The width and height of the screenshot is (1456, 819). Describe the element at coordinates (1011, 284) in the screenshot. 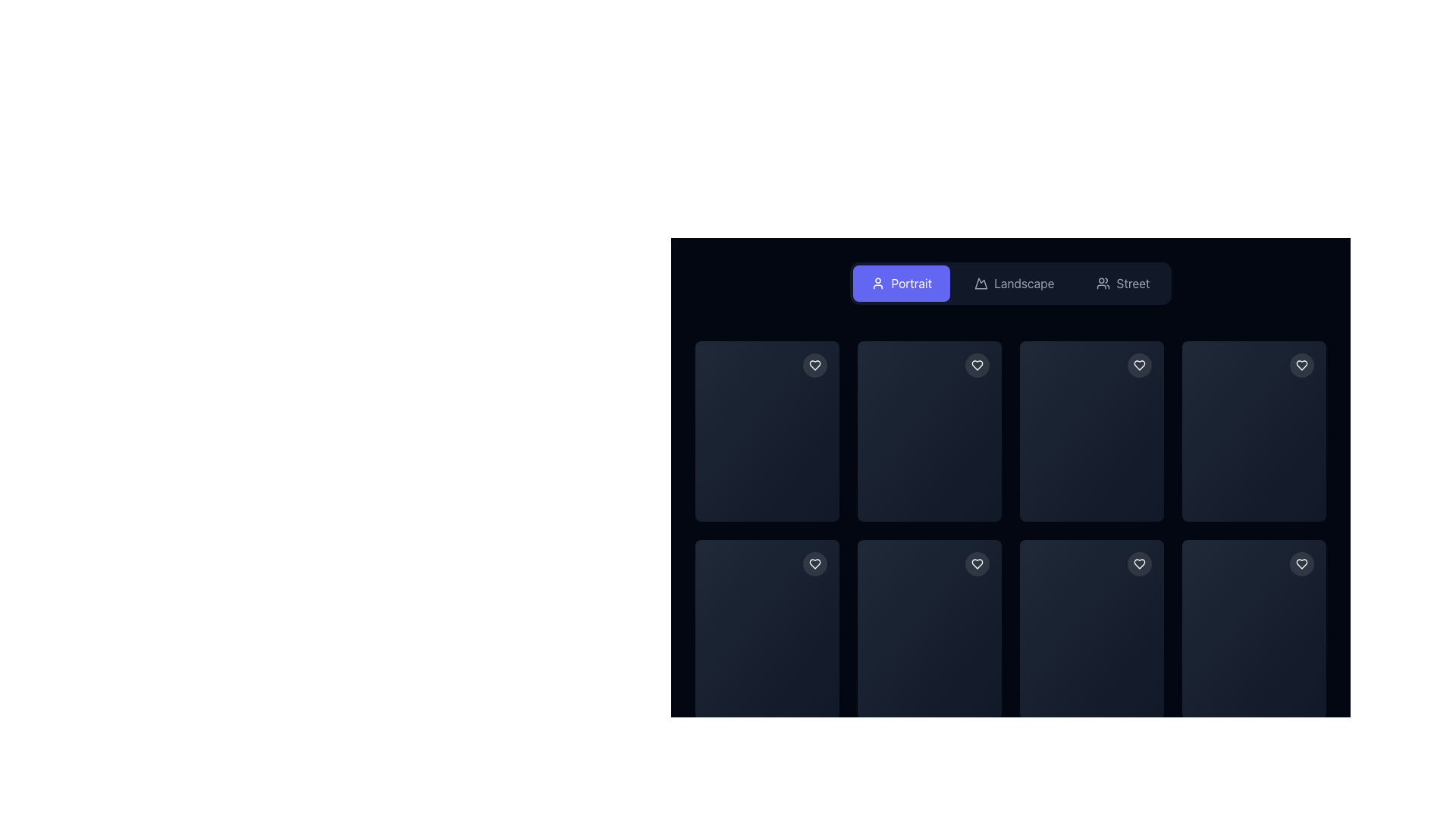

I see `the 'Portrait' button in the segmented control component` at that location.